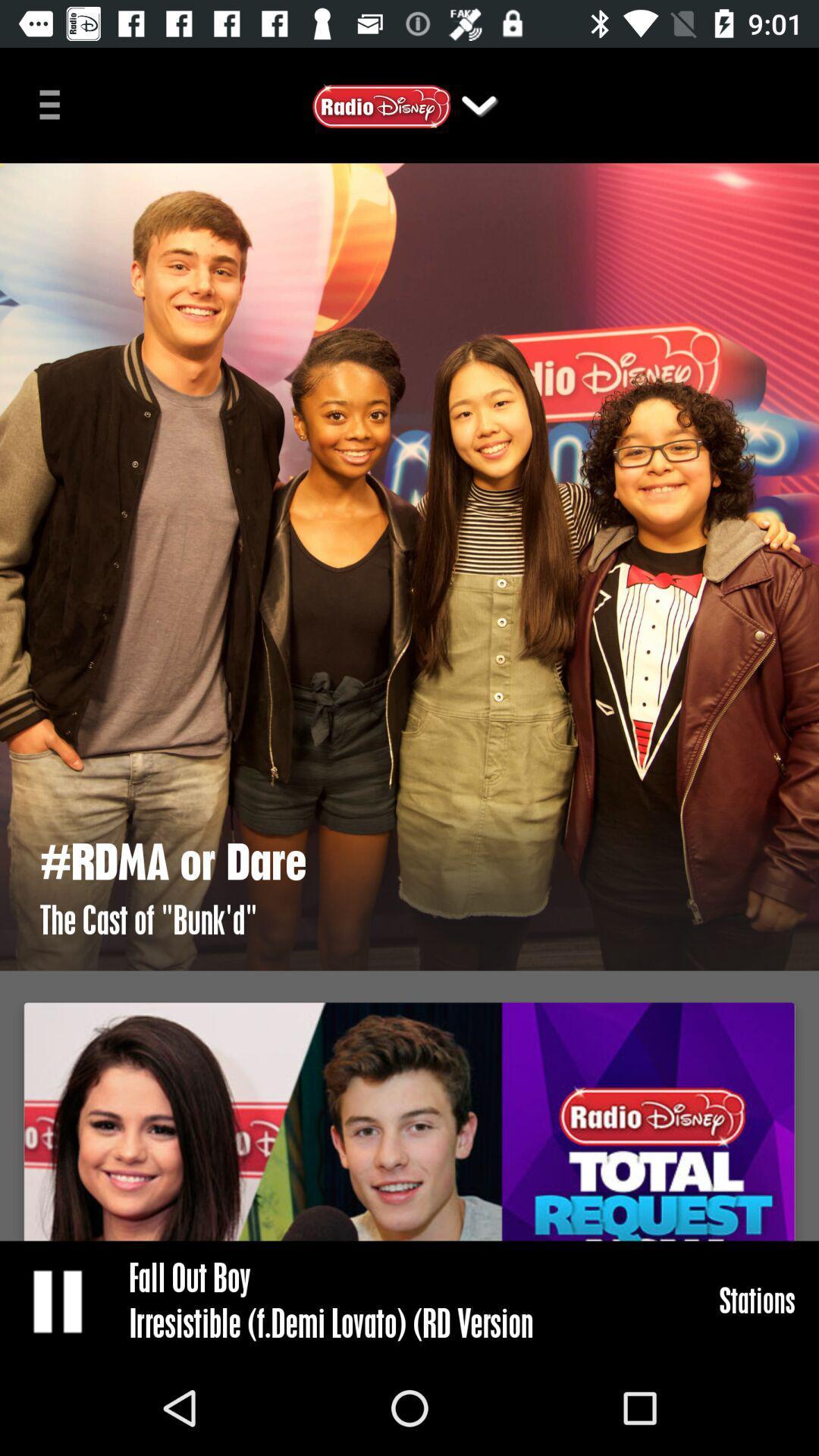  What do you see at coordinates (58, 1300) in the screenshot?
I see `pause the audio` at bounding box center [58, 1300].